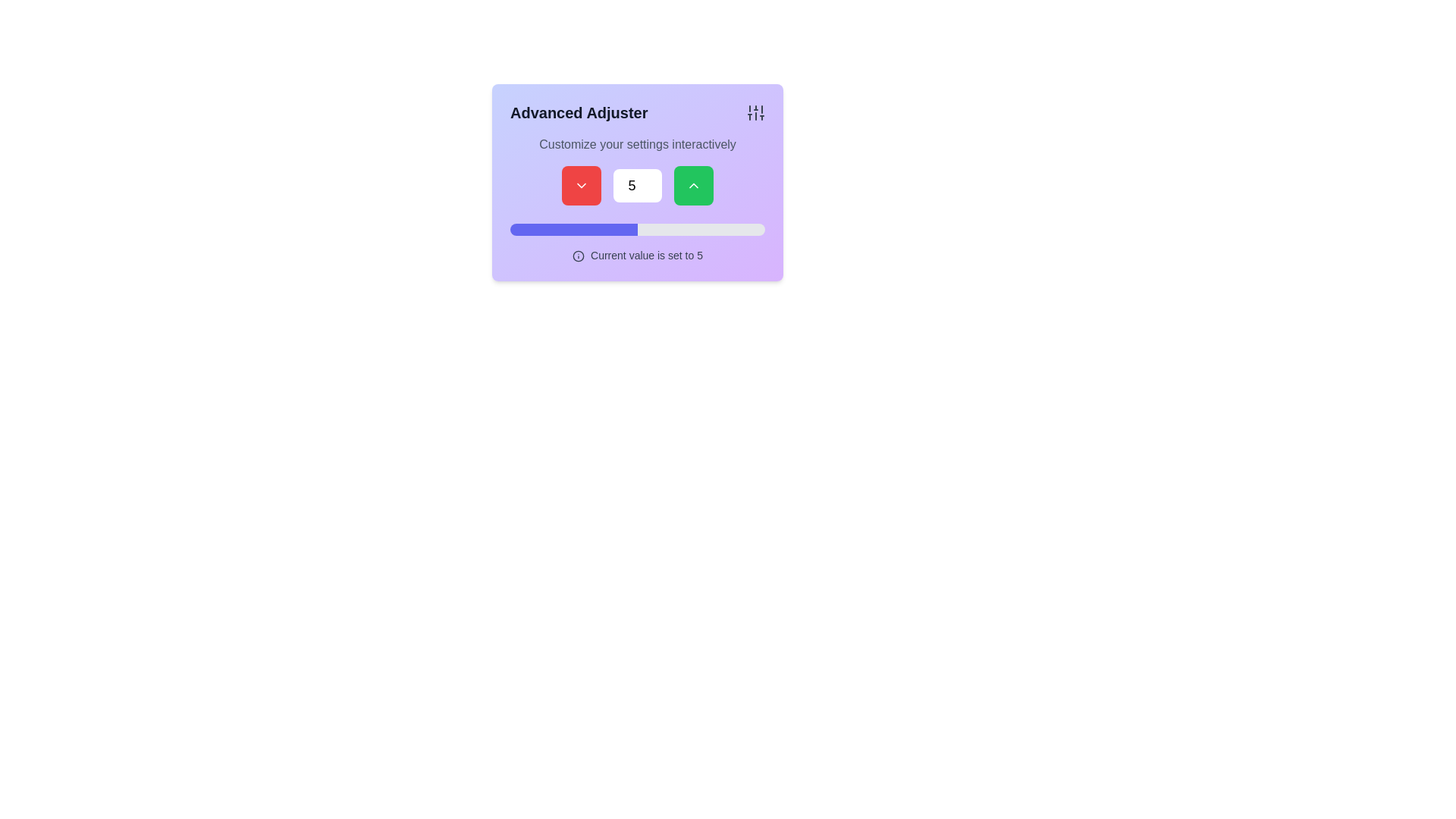 The image size is (1456, 819). Describe the element at coordinates (578, 112) in the screenshot. I see `text label 'Advanced Adjuster' that is styled in bold and large font, located at the top-left area of the card interface` at that location.